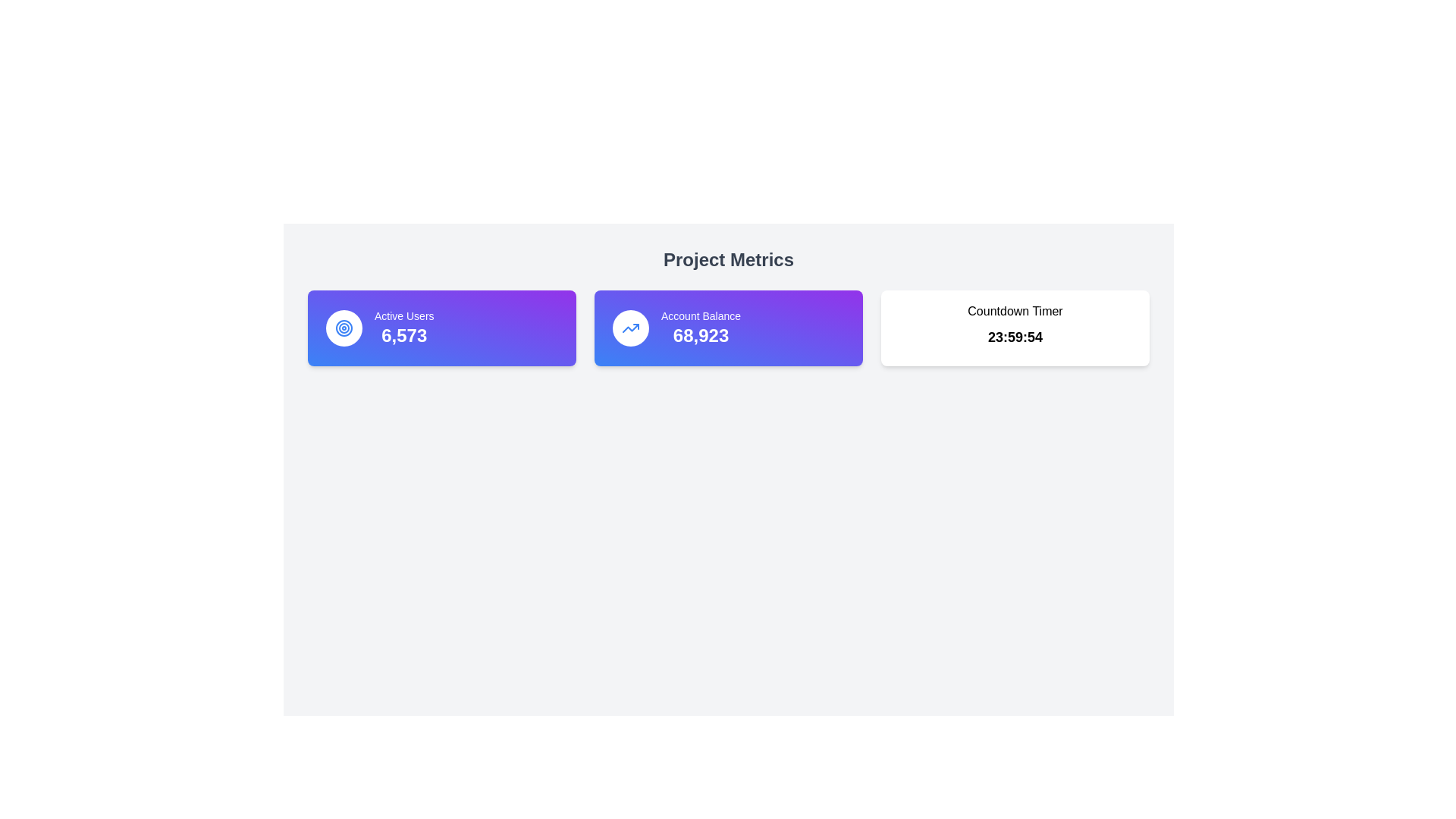 The width and height of the screenshot is (1456, 819). What do you see at coordinates (1015, 336) in the screenshot?
I see `the Text Display element that shows the remaining time in the countdown, located below the 'Countdown Timer' text` at bounding box center [1015, 336].